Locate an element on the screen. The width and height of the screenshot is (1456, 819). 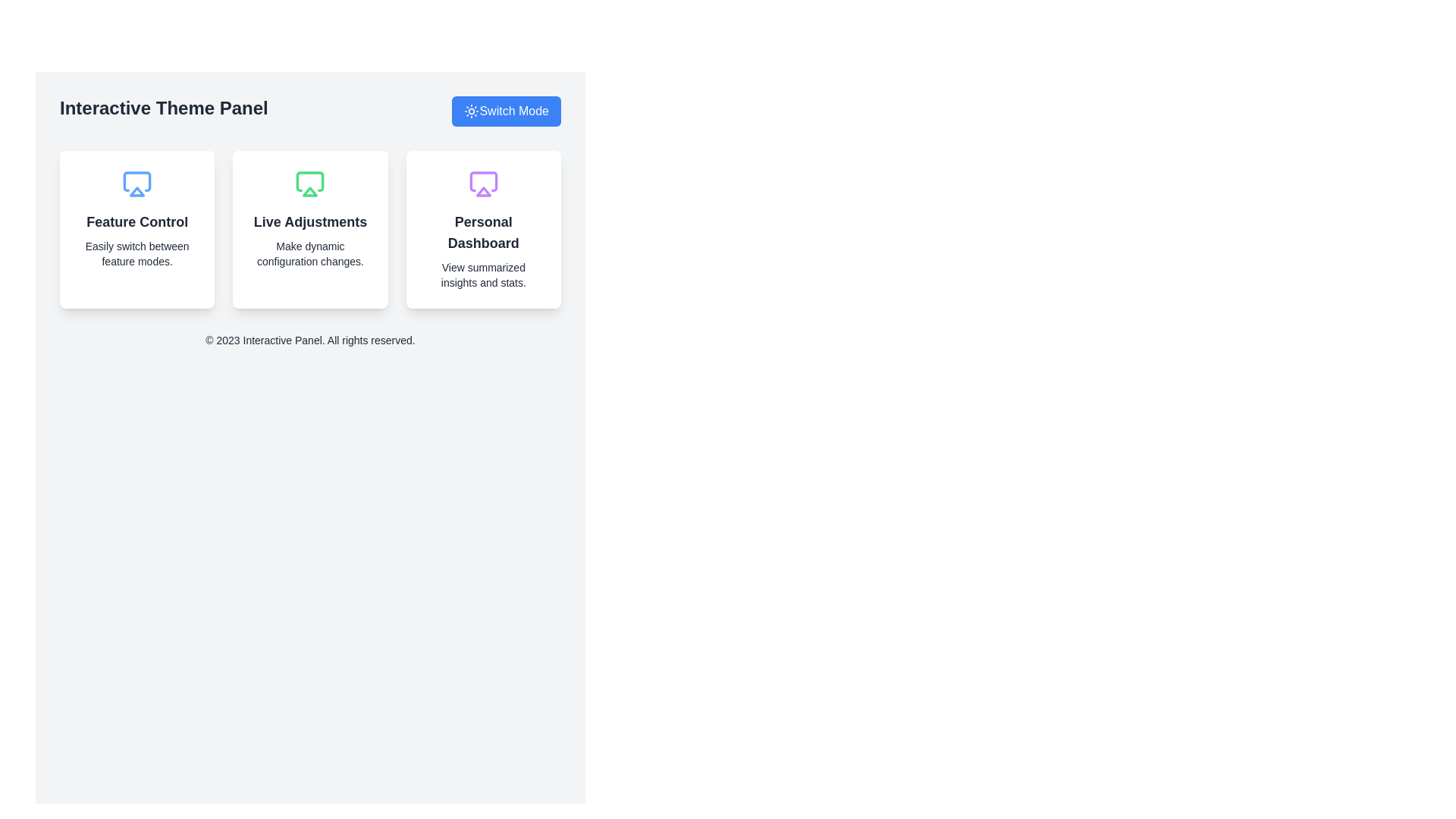
the informational text block that contains the phrase 'Easily switch between feature modes.' which is located beneath the 'Feature Control' header in the leftmost card of three cards is located at coordinates (137, 253).